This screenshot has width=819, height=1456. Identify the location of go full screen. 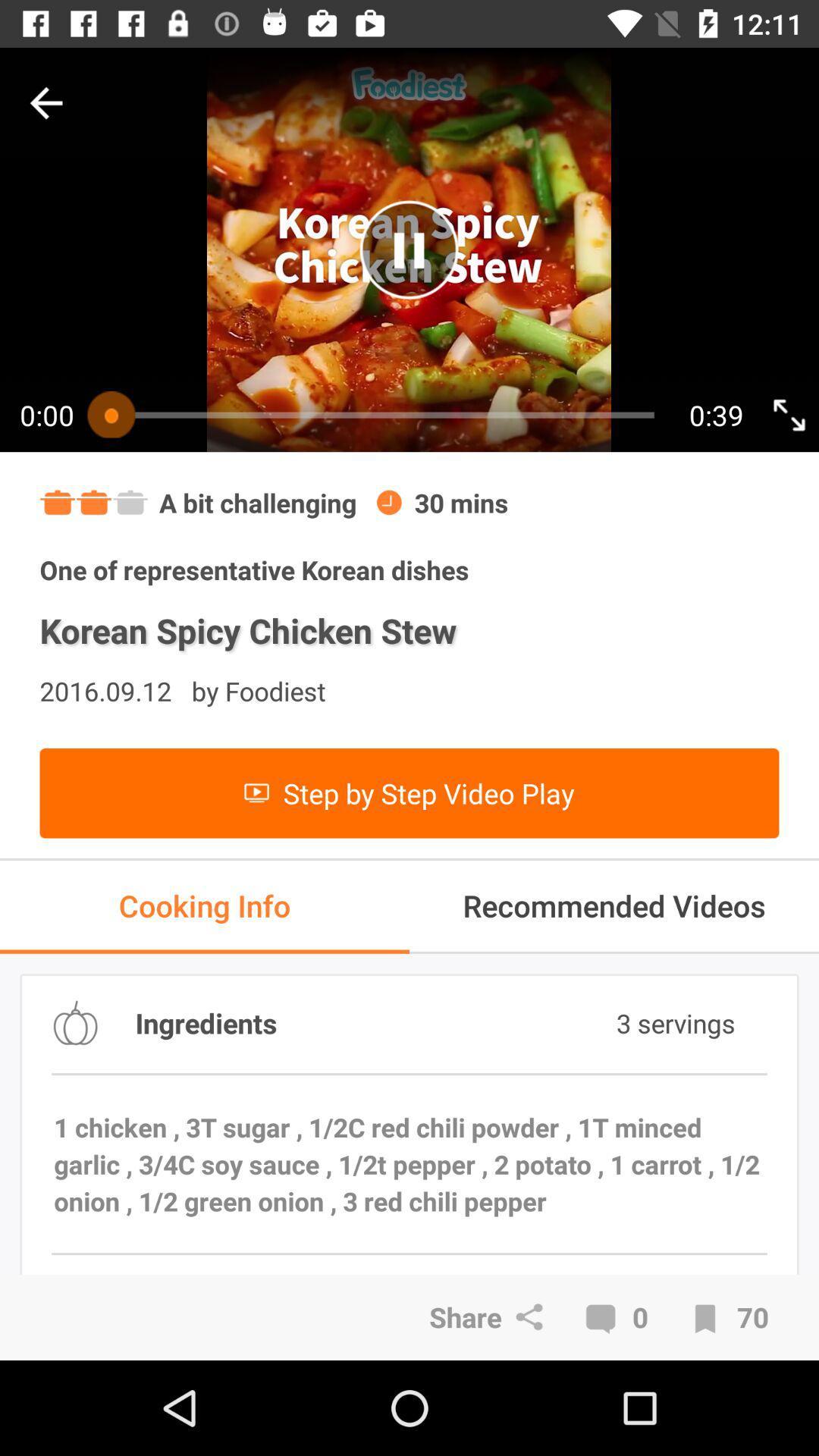
(788, 415).